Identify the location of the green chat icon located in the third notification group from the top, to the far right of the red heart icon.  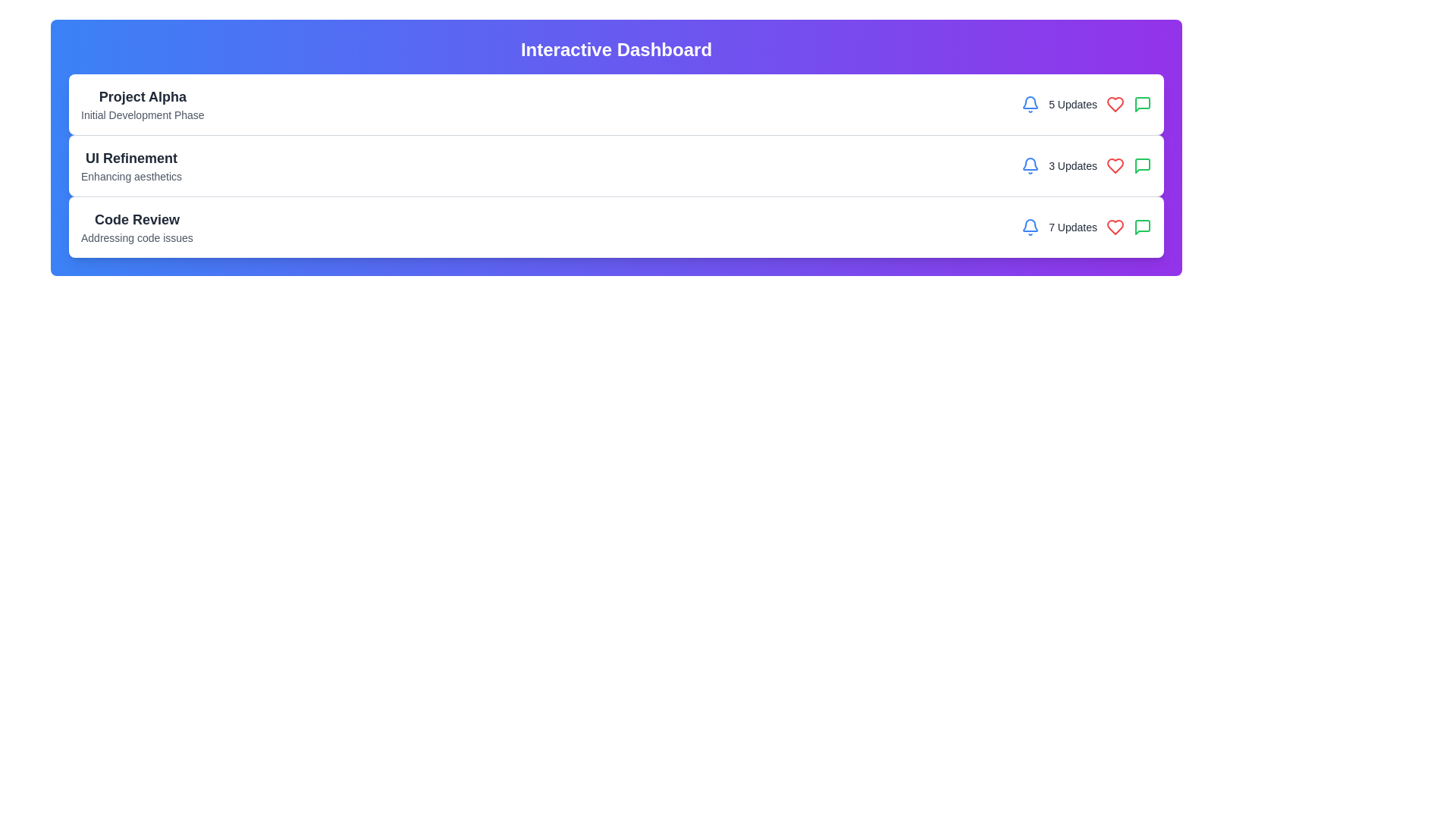
(1143, 166).